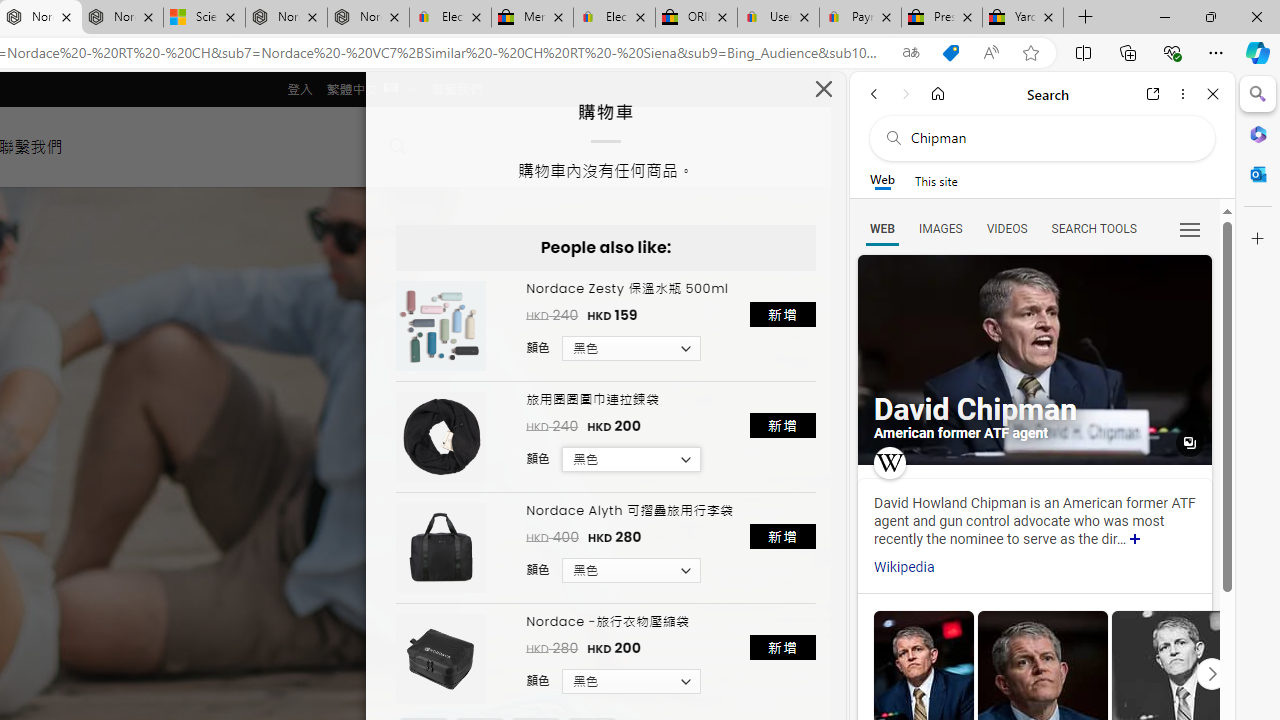 Image resolution: width=1280 pixels, height=720 pixels. Describe the element at coordinates (1006, 227) in the screenshot. I see `'Search Filter, VIDEOS'` at that location.